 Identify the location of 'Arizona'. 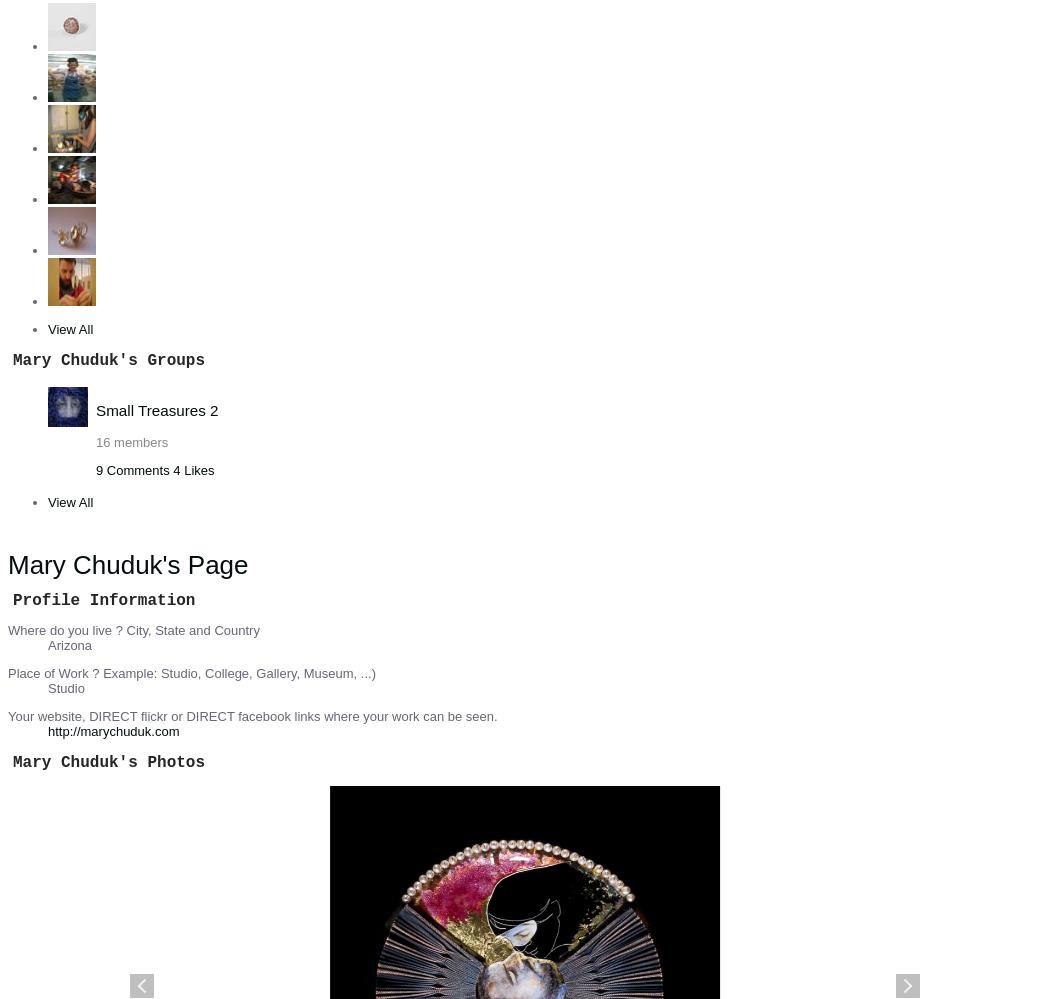
(69, 644).